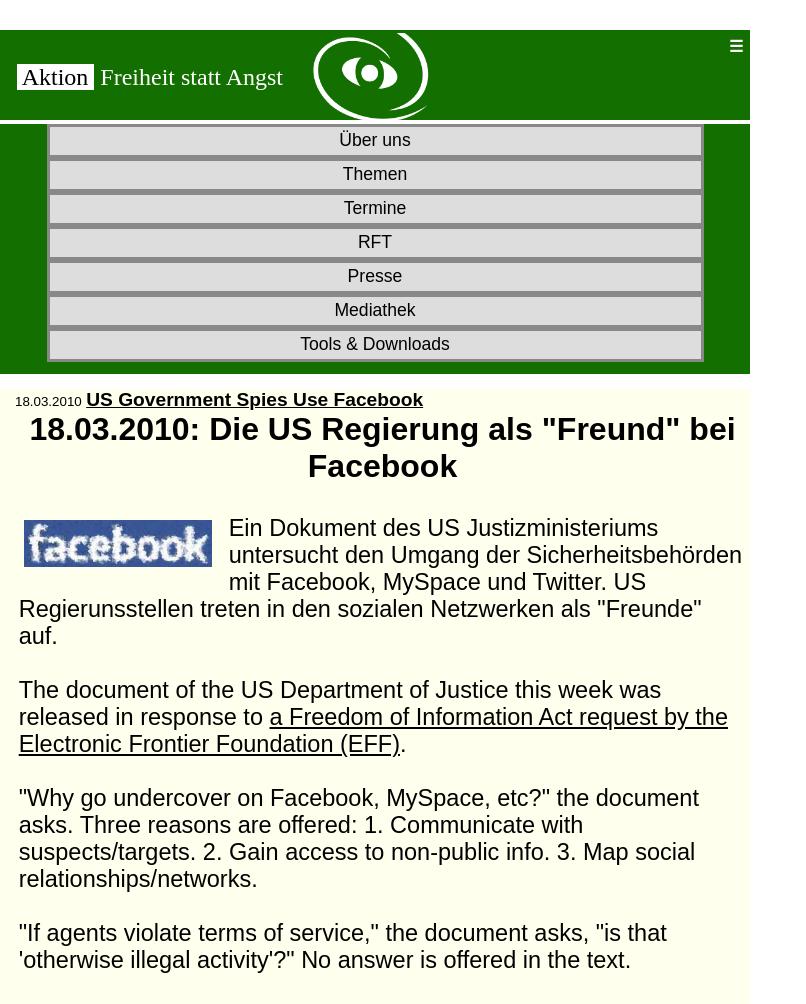 Image resolution: width=806 pixels, height=1004 pixels. Describe the element at coordinates (372, 729) in the screenshot. I see `'a Freedom of Information Act request by the Electronic Frontier Foundation (EFF)'` at that location.